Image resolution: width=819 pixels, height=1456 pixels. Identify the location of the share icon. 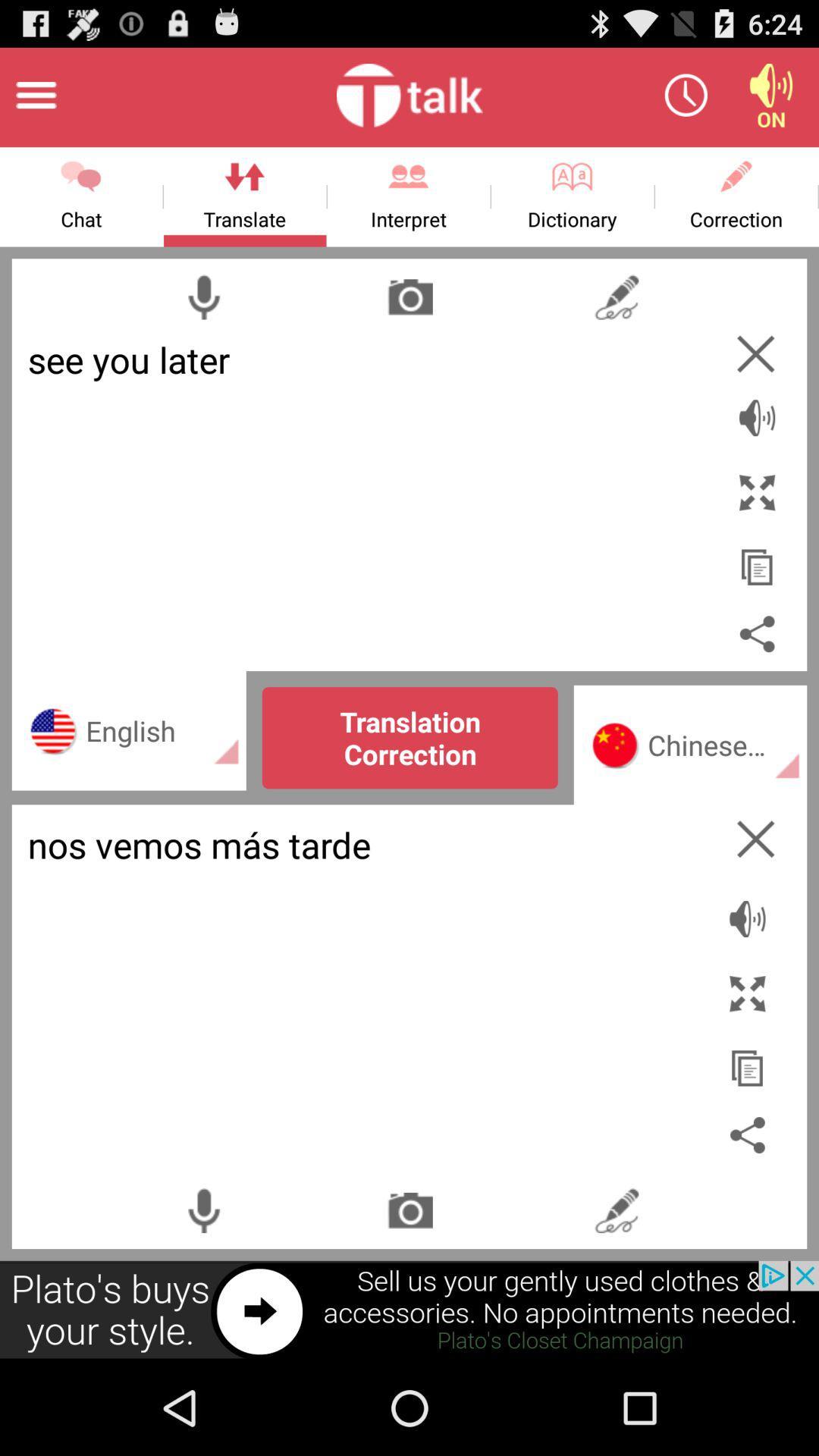
(751, 1214).